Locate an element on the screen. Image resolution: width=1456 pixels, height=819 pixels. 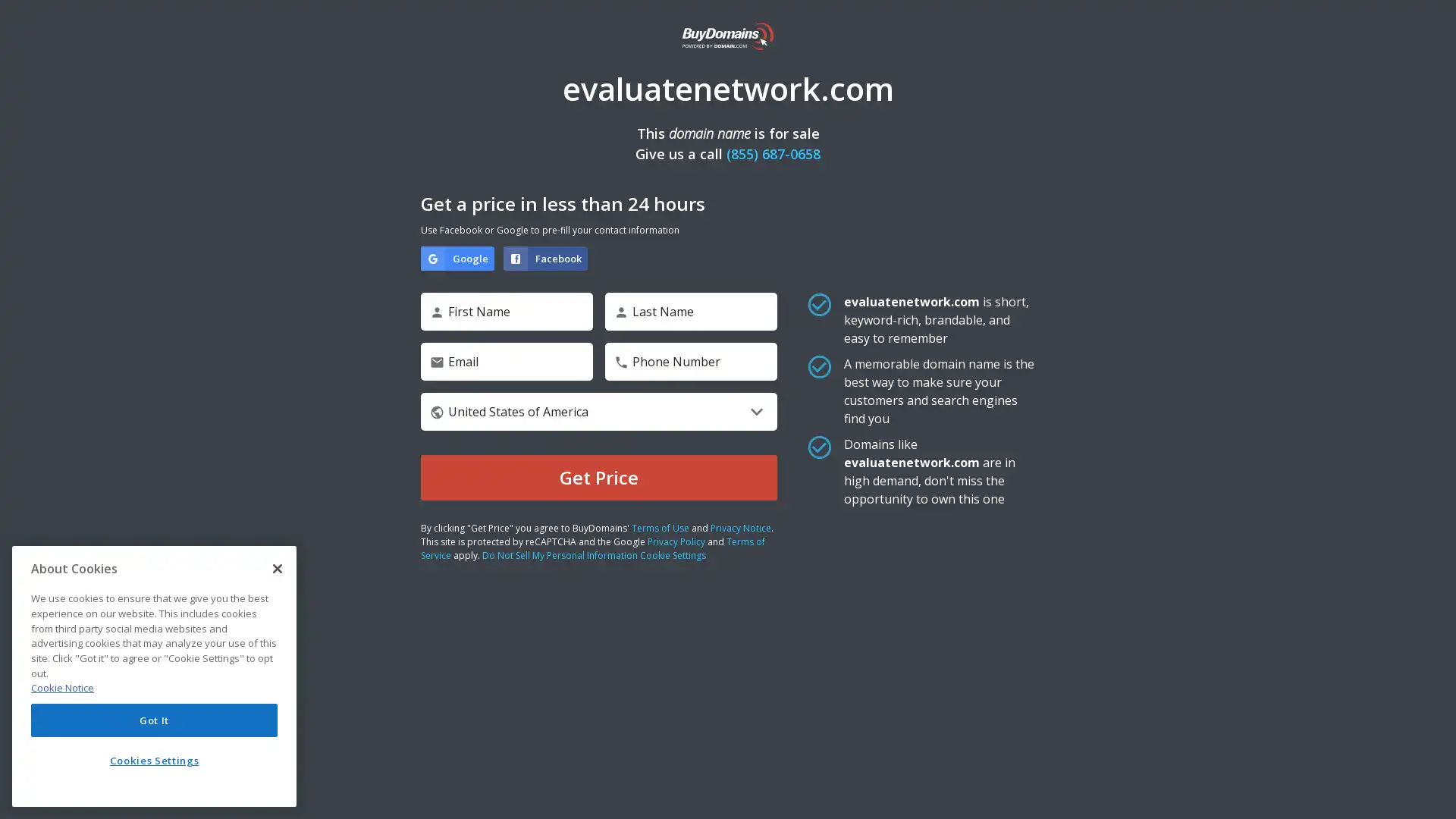
Close is located at coordinates (277, 568).